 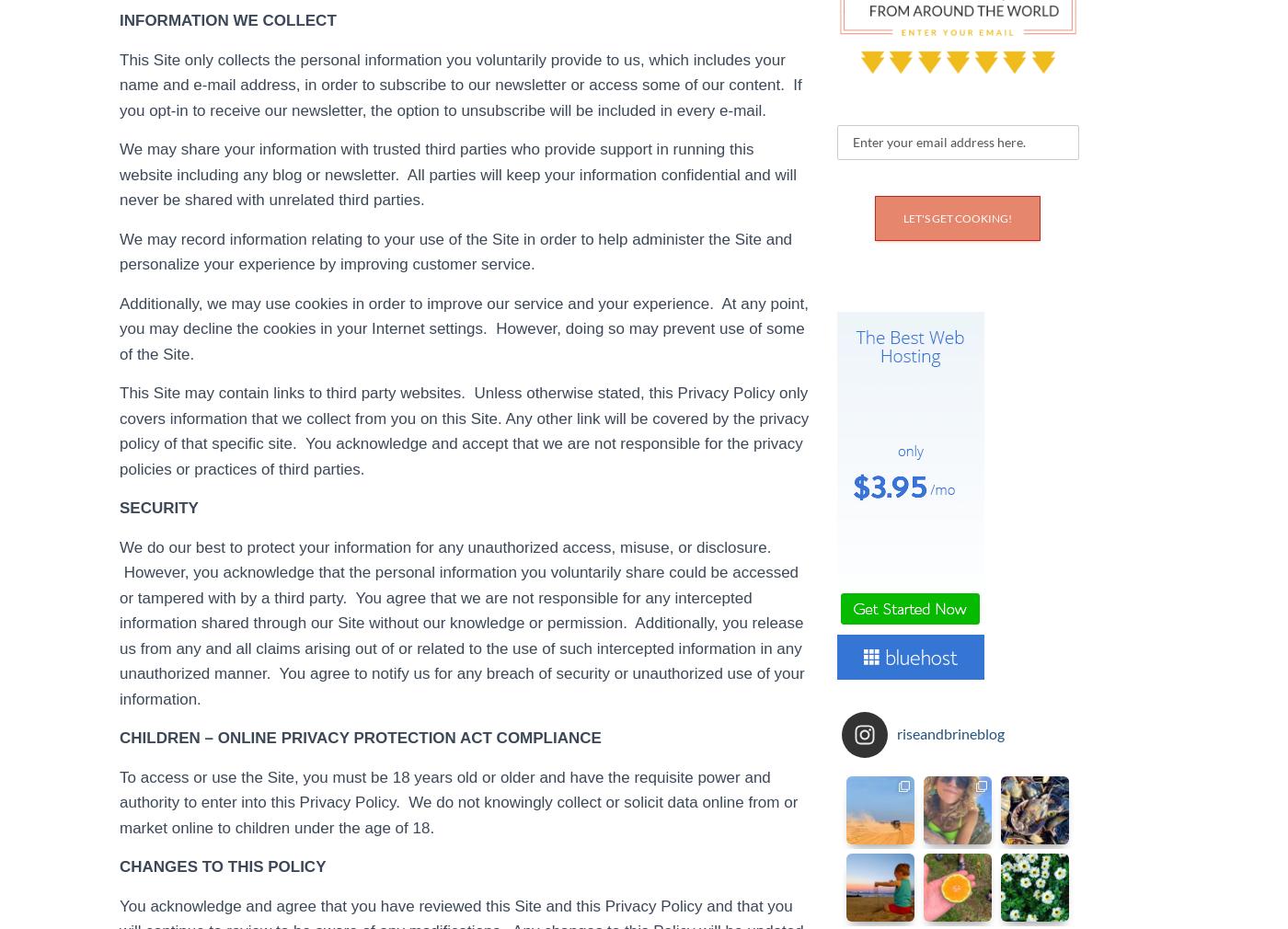 I want to click on 'We do our best to protect your information for any unauthorized access, misuse, or disclosure.  However, you acknowledge that the personal information you voluntarily share could be accessed or tampered with by a third party.  You agree that we are not responsible for any intercepted information shared through our Site without our knowledge or permission.  Additionally, you release us from any and all claims arising out of or related to the use of such intercepted information in any unauthorized manner.  You agree to notify us for any breach of security or unauthorized use of your information.', so click(x=462, y=622).